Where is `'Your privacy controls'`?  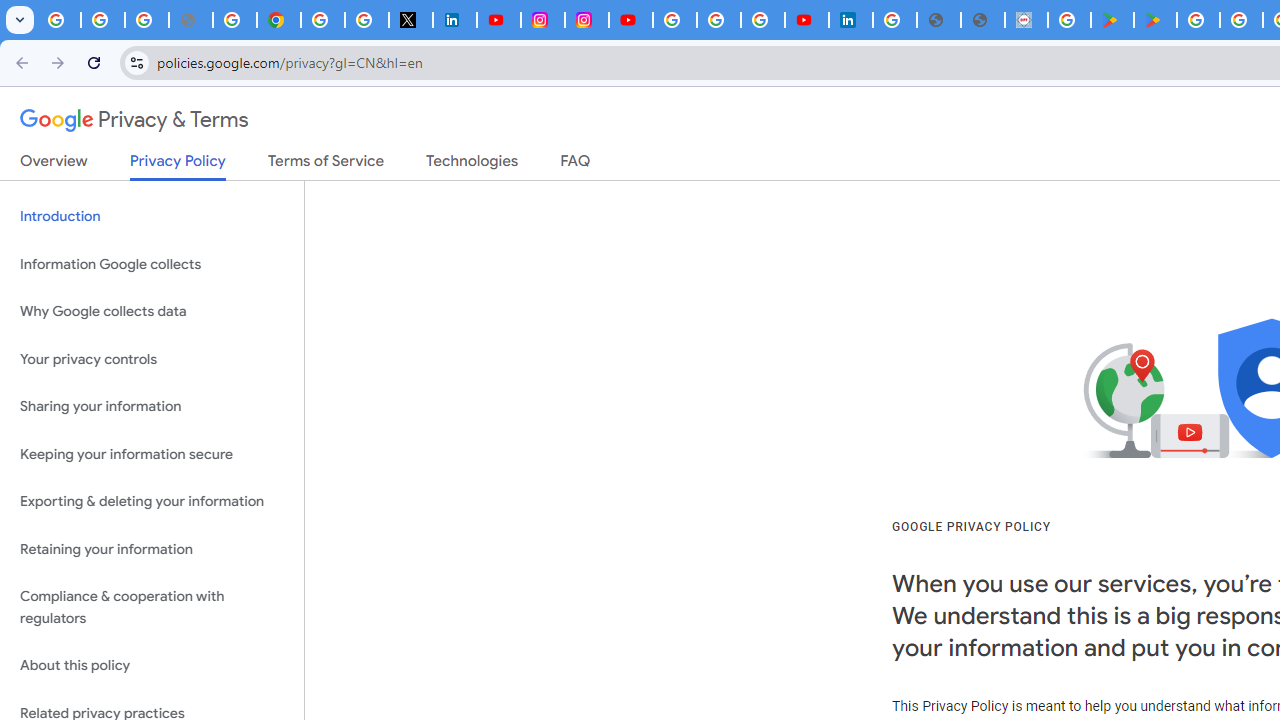 'Your privacy controls' is located at coordinates (151, 358).